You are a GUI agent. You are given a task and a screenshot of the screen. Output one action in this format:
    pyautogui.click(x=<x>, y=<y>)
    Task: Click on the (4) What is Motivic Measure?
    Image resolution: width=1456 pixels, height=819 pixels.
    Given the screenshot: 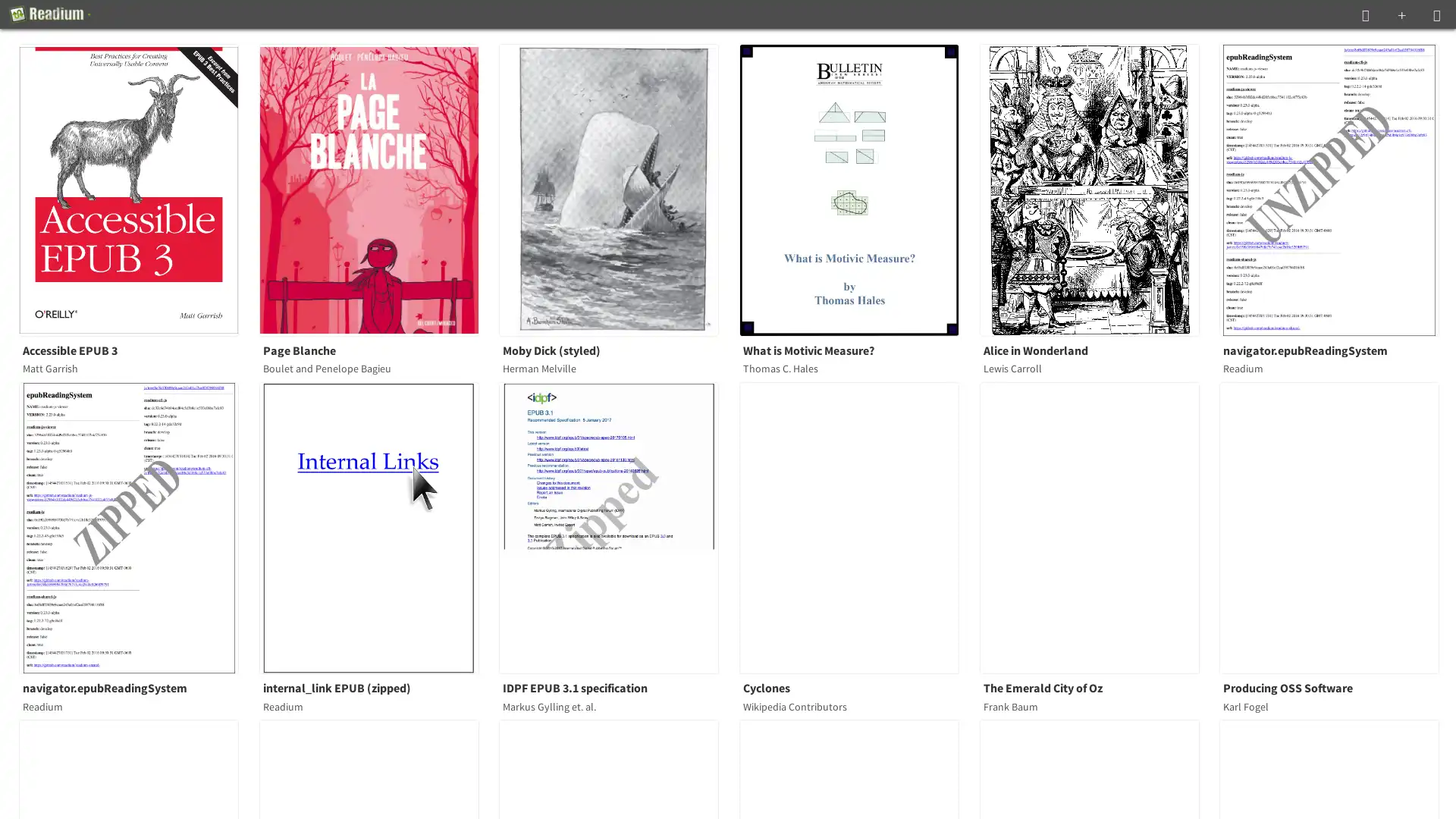 What is the action you would take?
    pyautogui.click(x=858, y=189)
    